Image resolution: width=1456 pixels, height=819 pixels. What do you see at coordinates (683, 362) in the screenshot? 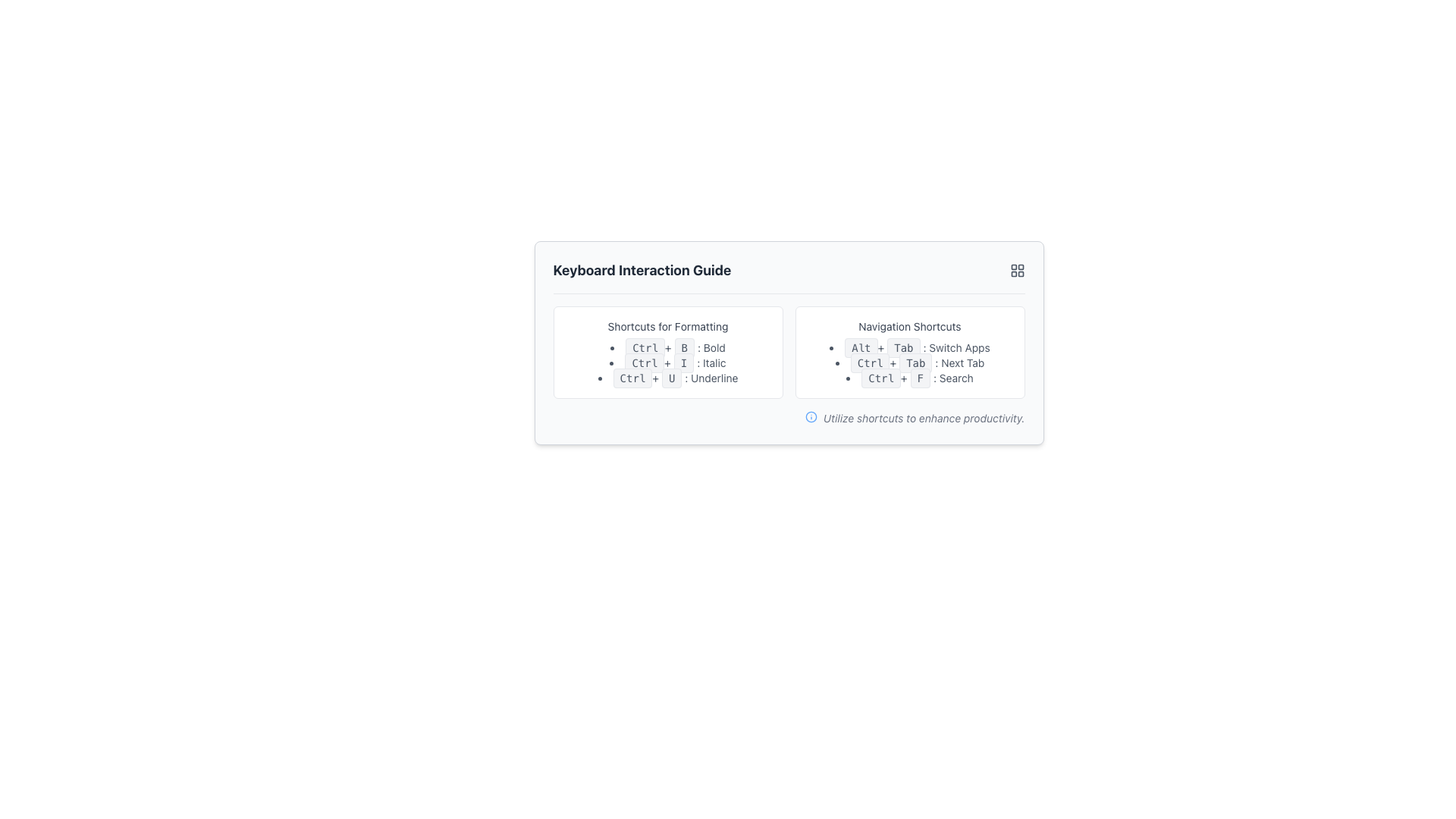
I see `the UI label representing the 'I' key in the keyboard shortcut instruction for italicizing text, located in the second shortcut instruction under 'Shortcuts for Formatting'` at bounding box center [683, 362].